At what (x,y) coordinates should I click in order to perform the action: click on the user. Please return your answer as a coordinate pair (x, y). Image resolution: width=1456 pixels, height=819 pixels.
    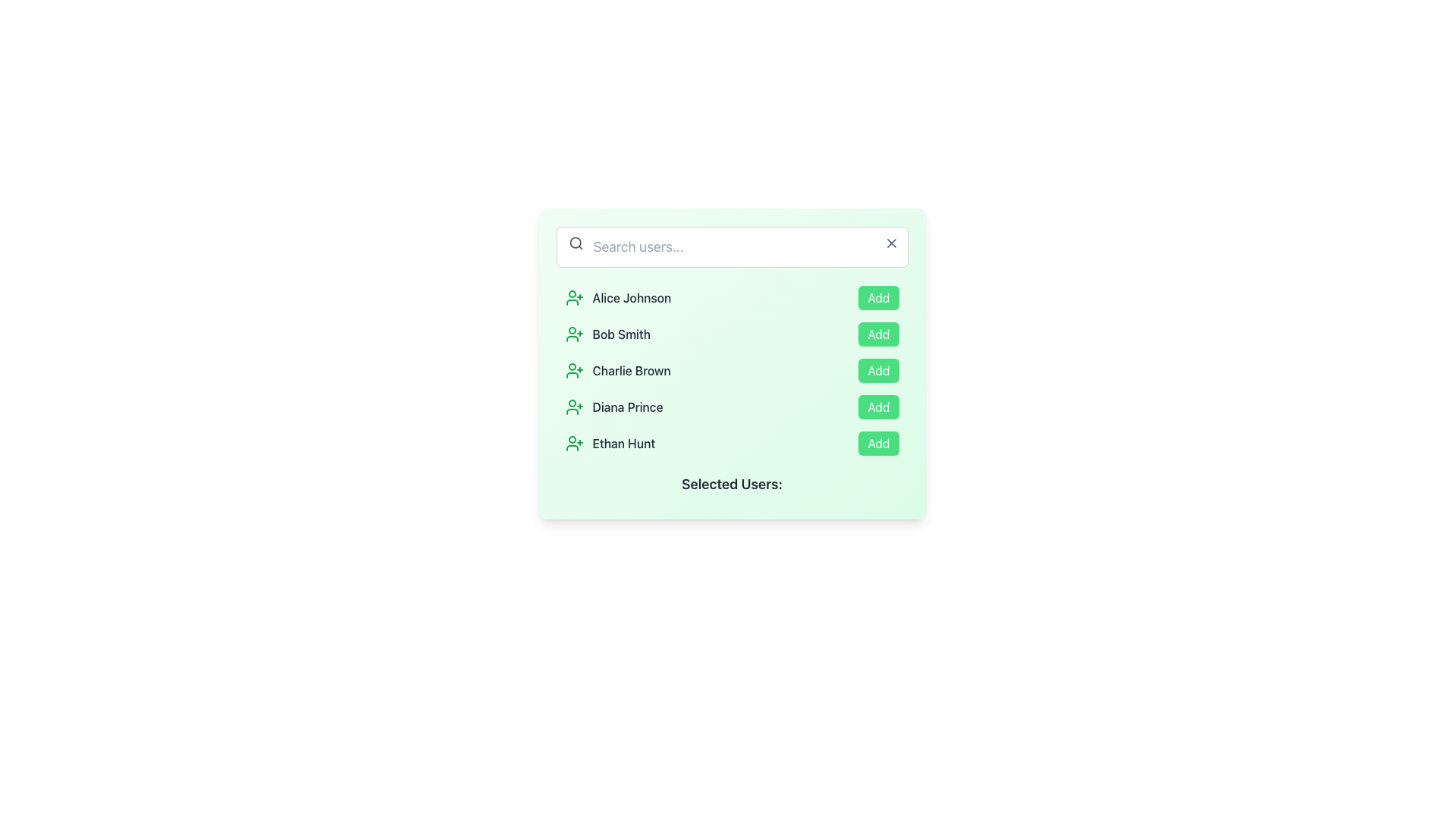
    Looking at the image, I should click on (632, 298).